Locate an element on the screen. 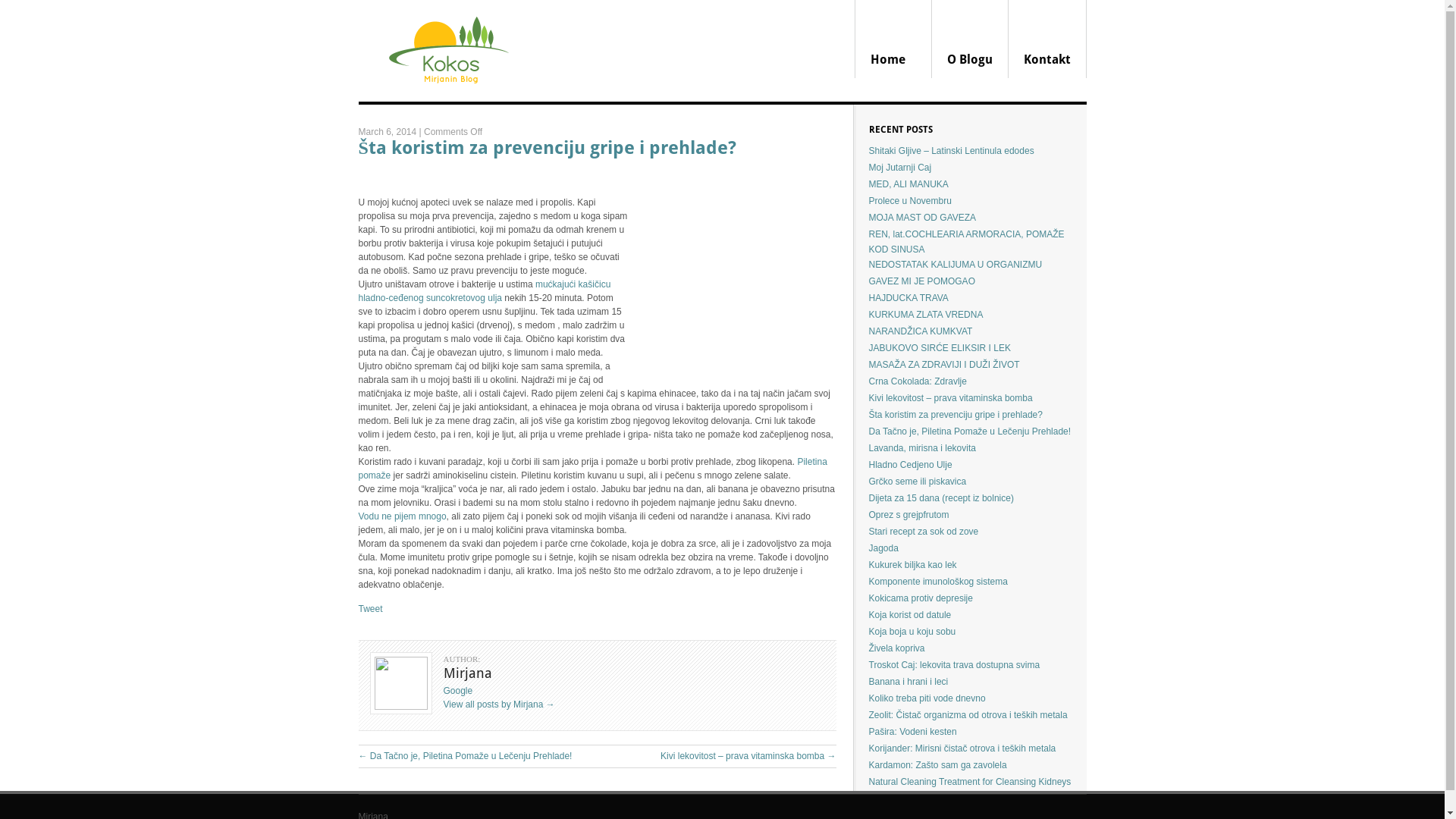 This screenshot has height=819, width=1456. 'Moj Jutarnji Caj' is located at coordinates (869, 167).